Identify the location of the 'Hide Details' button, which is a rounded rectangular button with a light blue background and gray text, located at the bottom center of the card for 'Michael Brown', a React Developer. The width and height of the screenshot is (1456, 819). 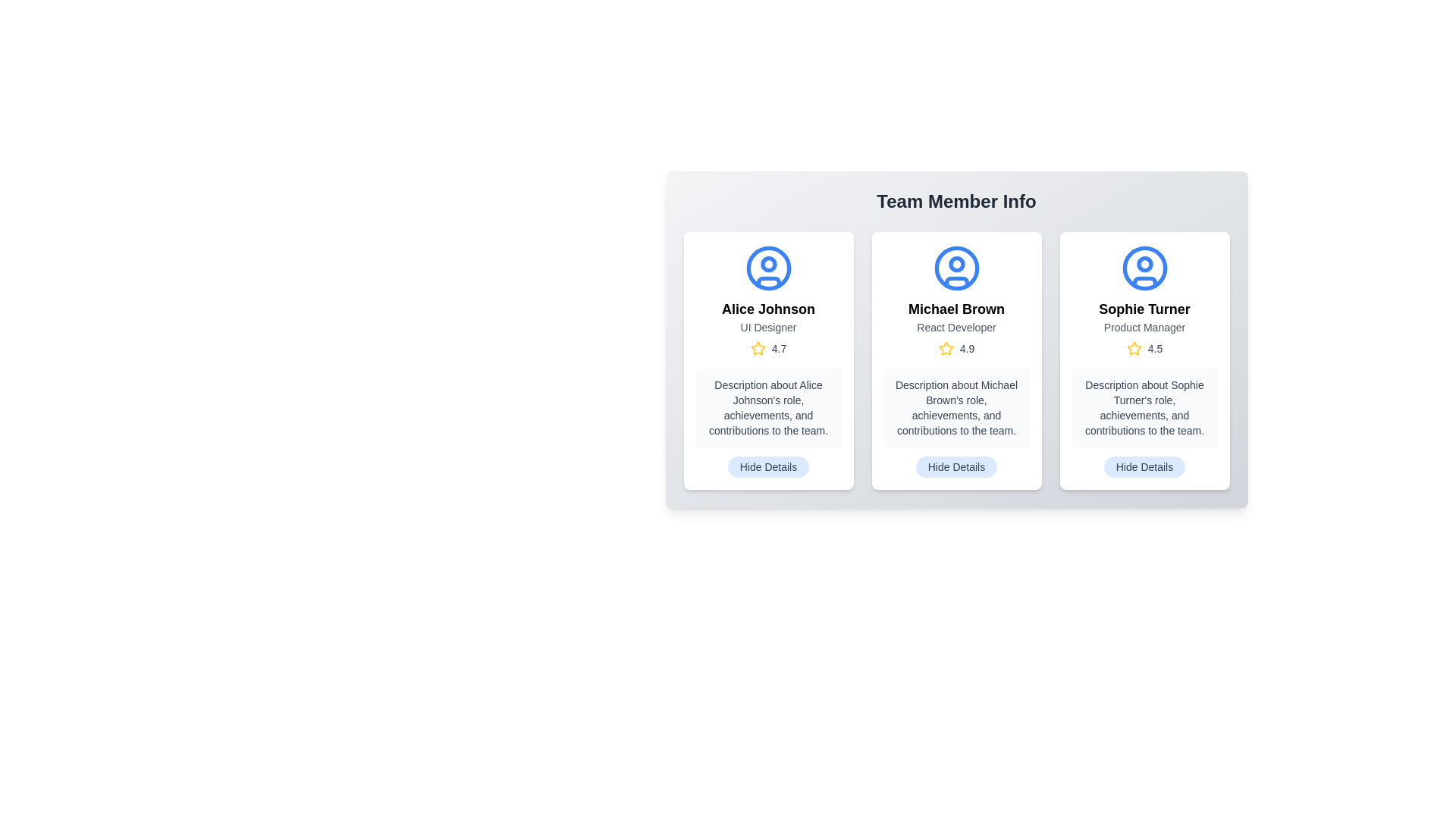
(955, 466).